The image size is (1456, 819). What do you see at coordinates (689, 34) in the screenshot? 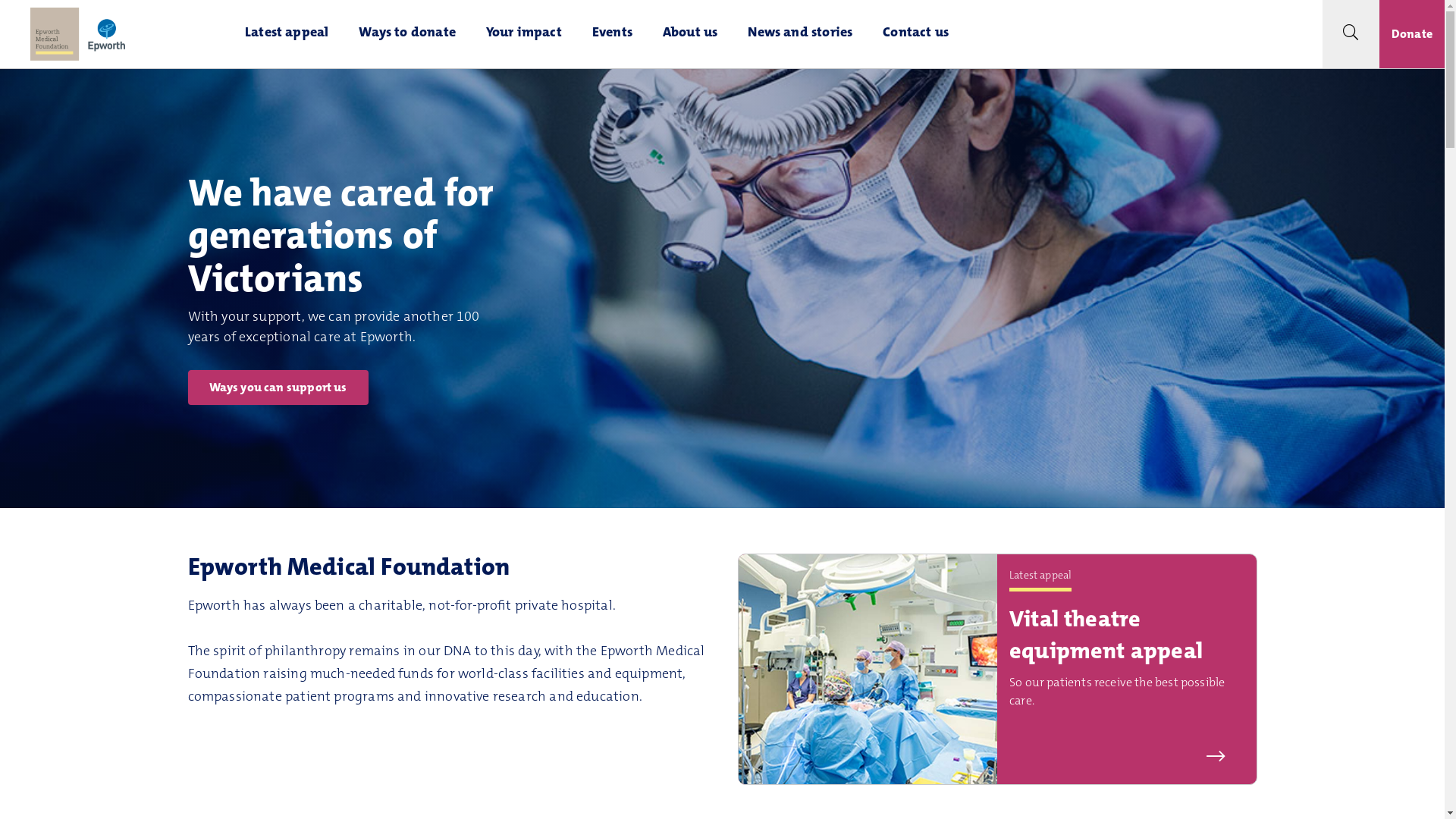
I see `'About us'` at bounding box center [689, 34].